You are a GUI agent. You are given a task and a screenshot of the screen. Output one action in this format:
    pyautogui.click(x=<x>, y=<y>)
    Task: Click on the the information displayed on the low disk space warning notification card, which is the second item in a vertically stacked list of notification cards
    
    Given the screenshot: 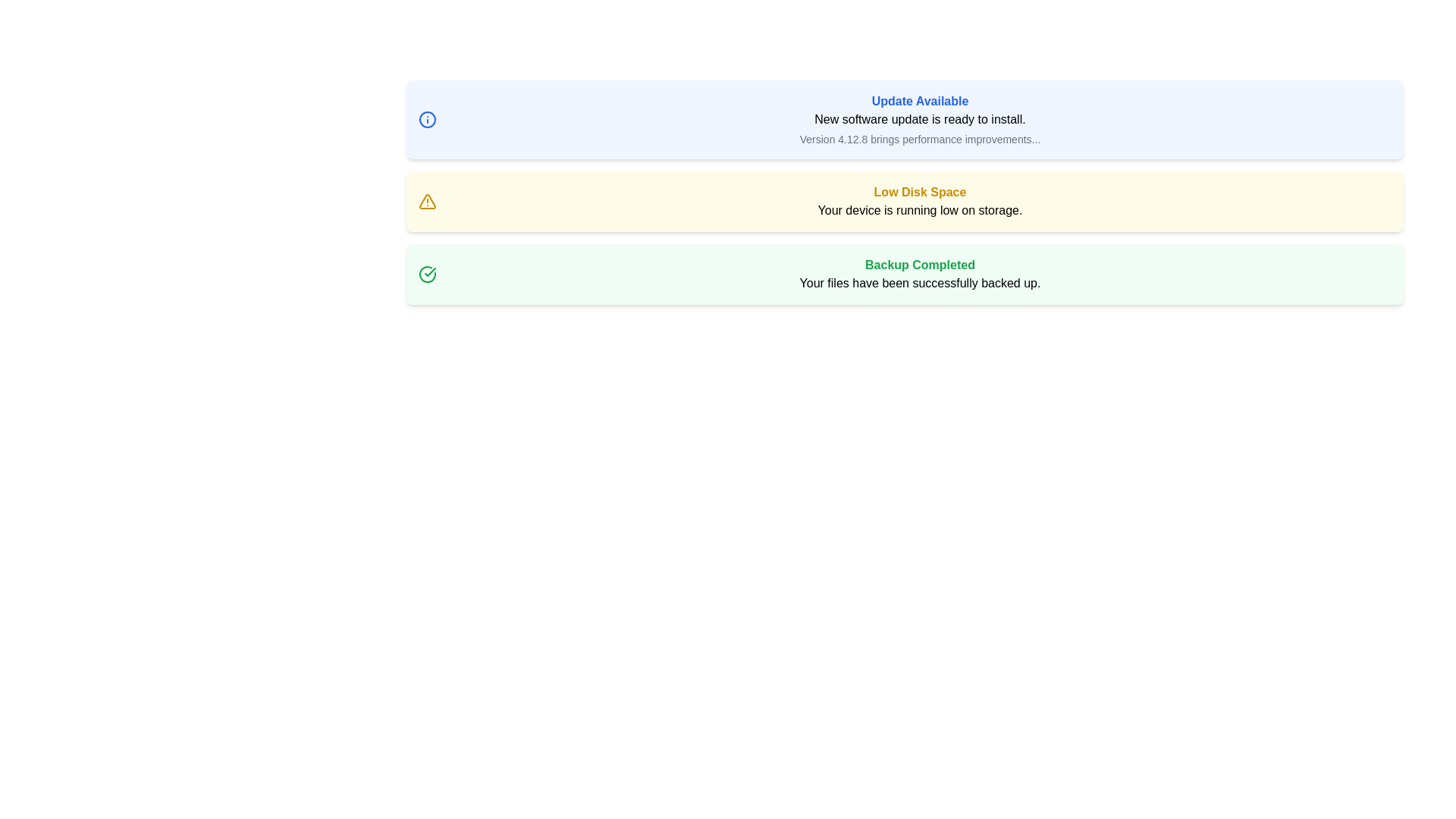 What is the action you would take?
    pyautogui.click(x=905, y=201)
    